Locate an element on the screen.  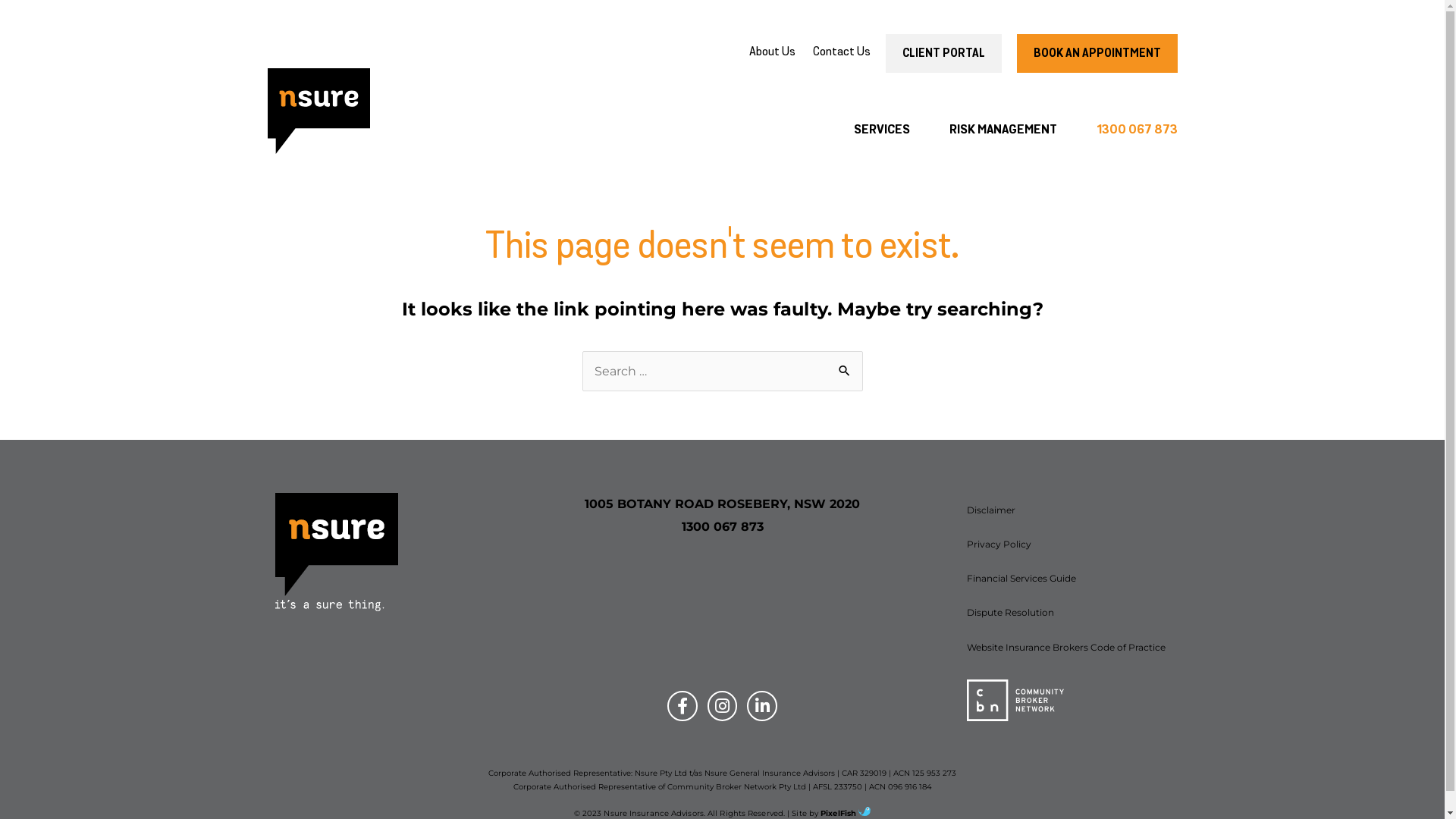
'Financial Services Guide' is located at coordinates (1066, 578).